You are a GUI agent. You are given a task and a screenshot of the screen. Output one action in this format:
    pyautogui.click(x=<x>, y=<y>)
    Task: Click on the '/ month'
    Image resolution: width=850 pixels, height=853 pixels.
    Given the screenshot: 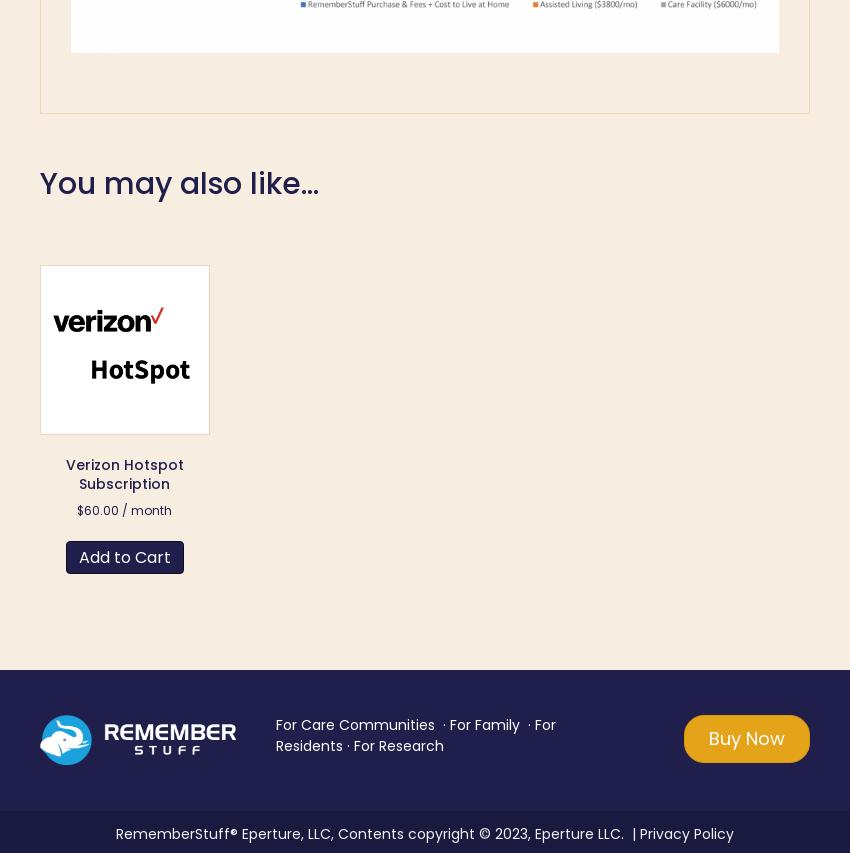 What is the action you would take?
    pyautogui.click(x=120, y=509)
    